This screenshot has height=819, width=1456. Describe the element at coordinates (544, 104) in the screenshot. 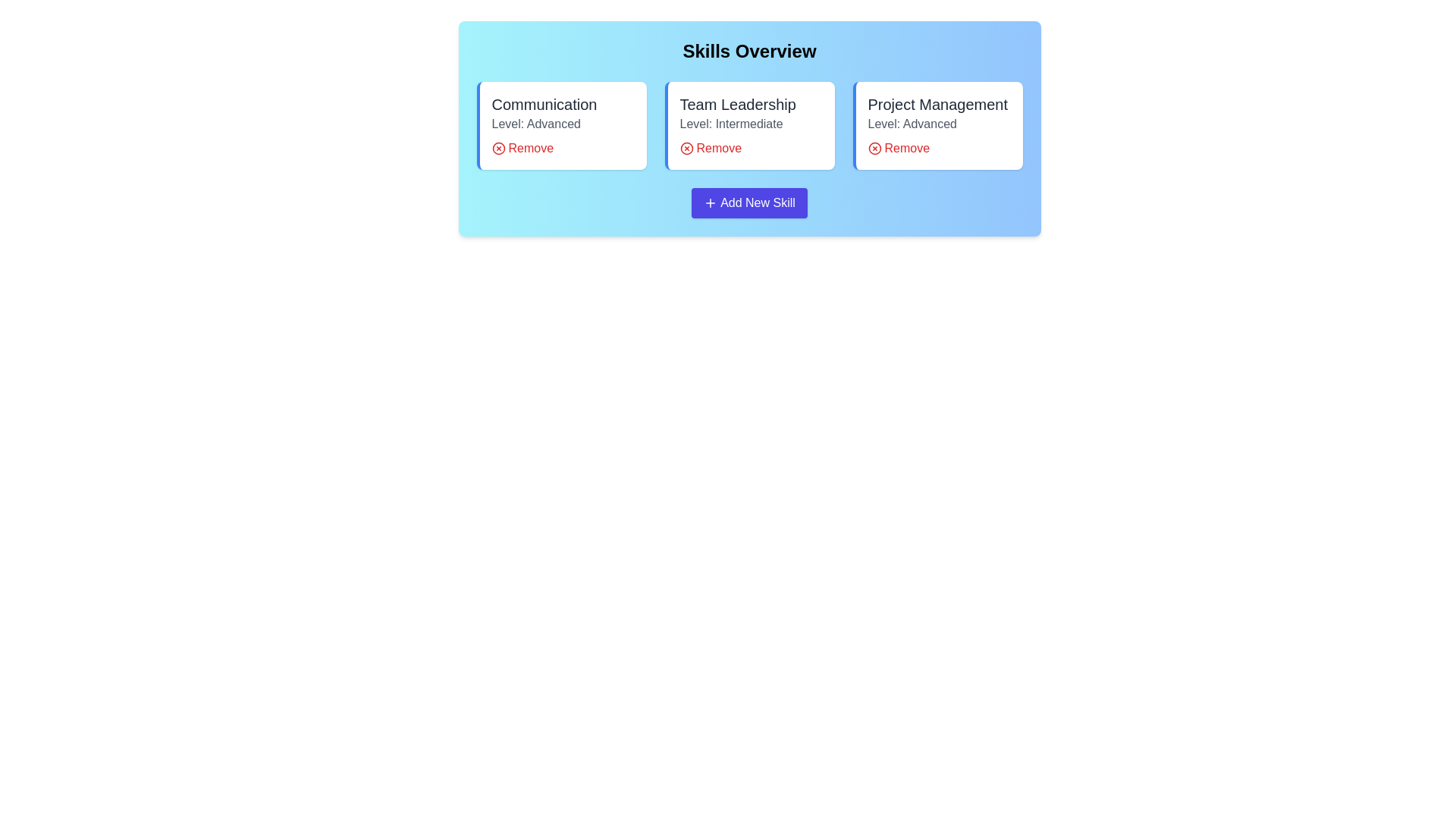

I see `the skill name text for Communication` at that location.